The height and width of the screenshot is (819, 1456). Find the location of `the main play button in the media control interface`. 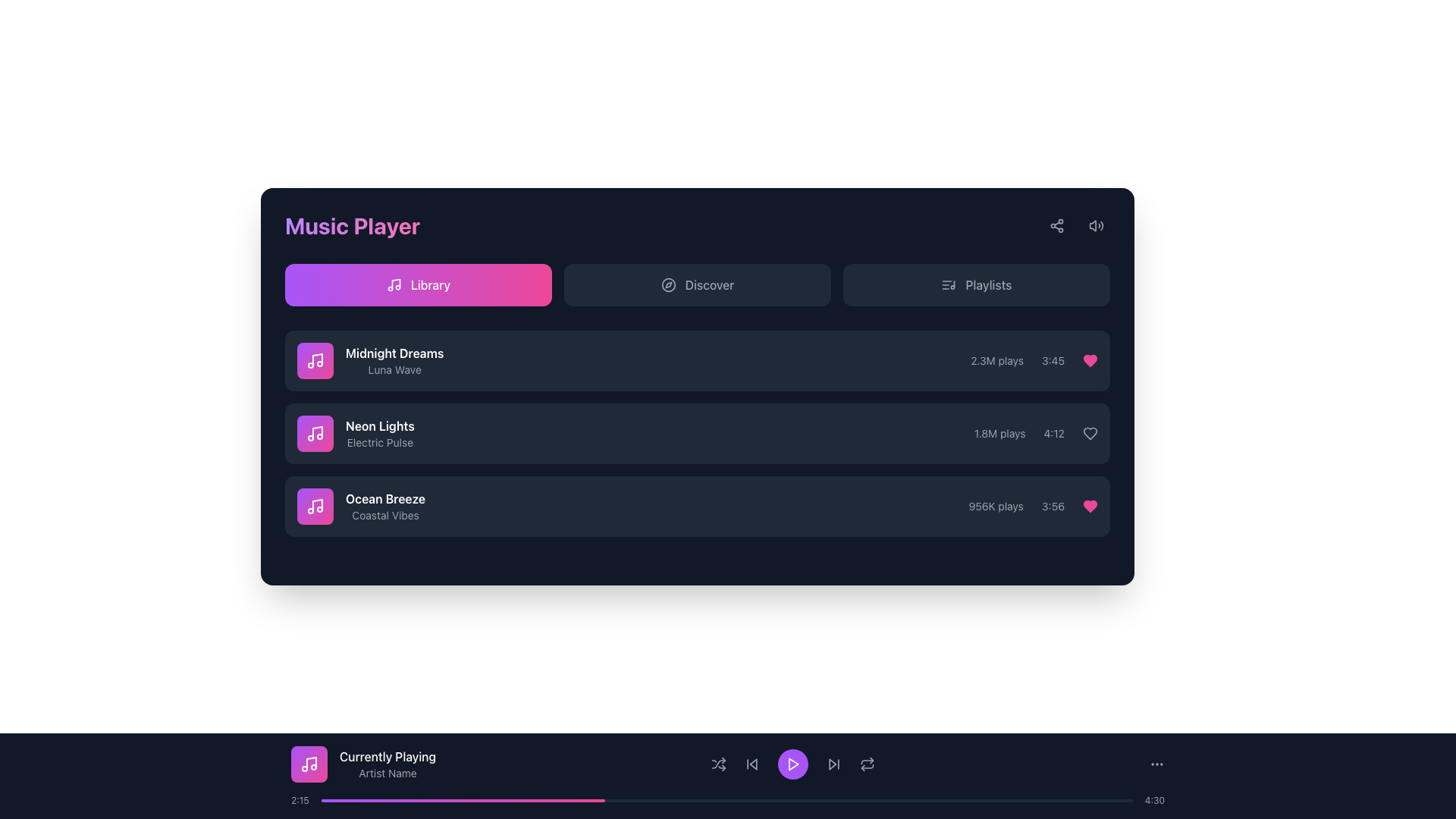

the main play button in the media control interface is located at coordinates (792, 764).